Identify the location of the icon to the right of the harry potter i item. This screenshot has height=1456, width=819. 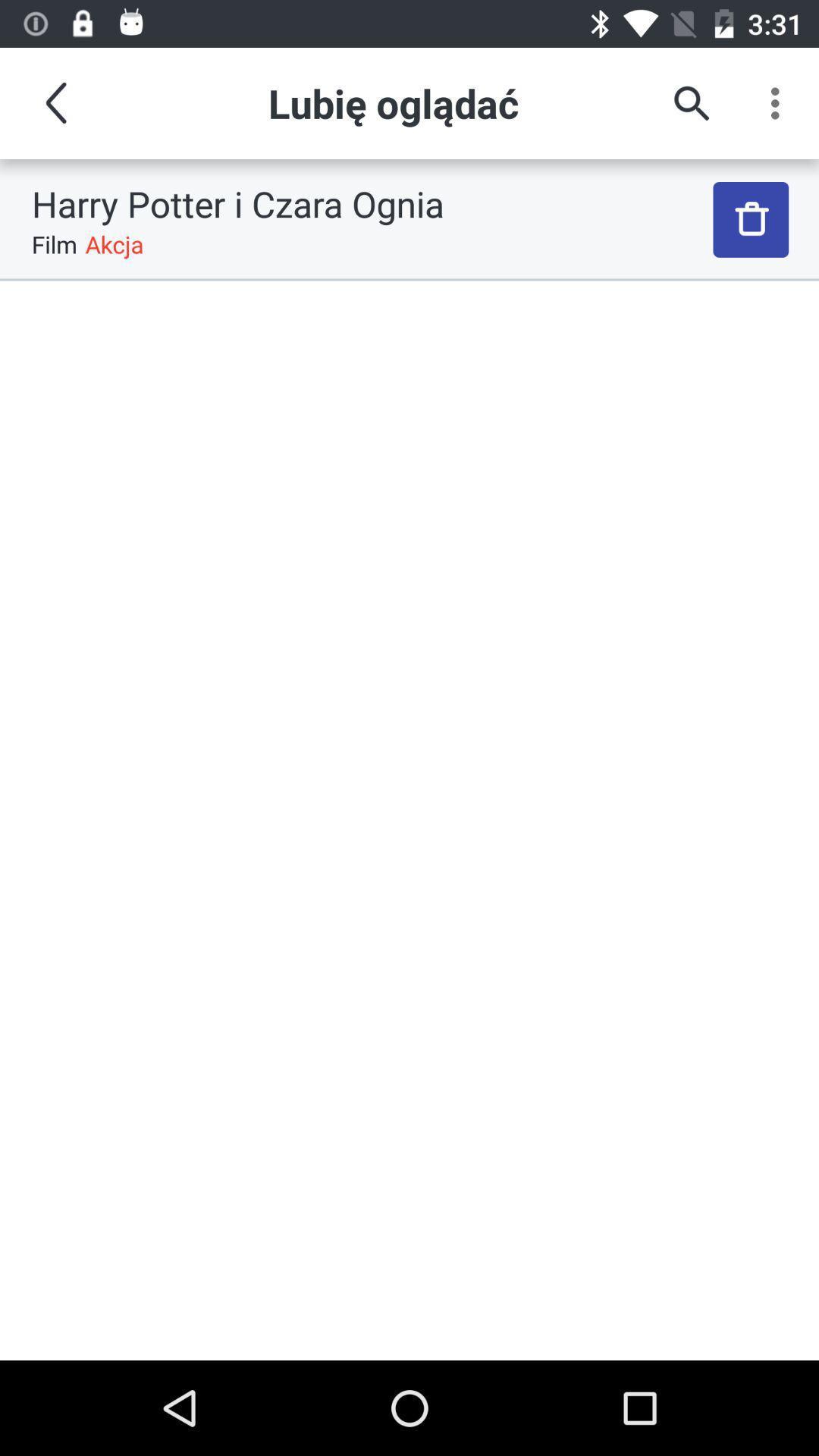
(751, 218).